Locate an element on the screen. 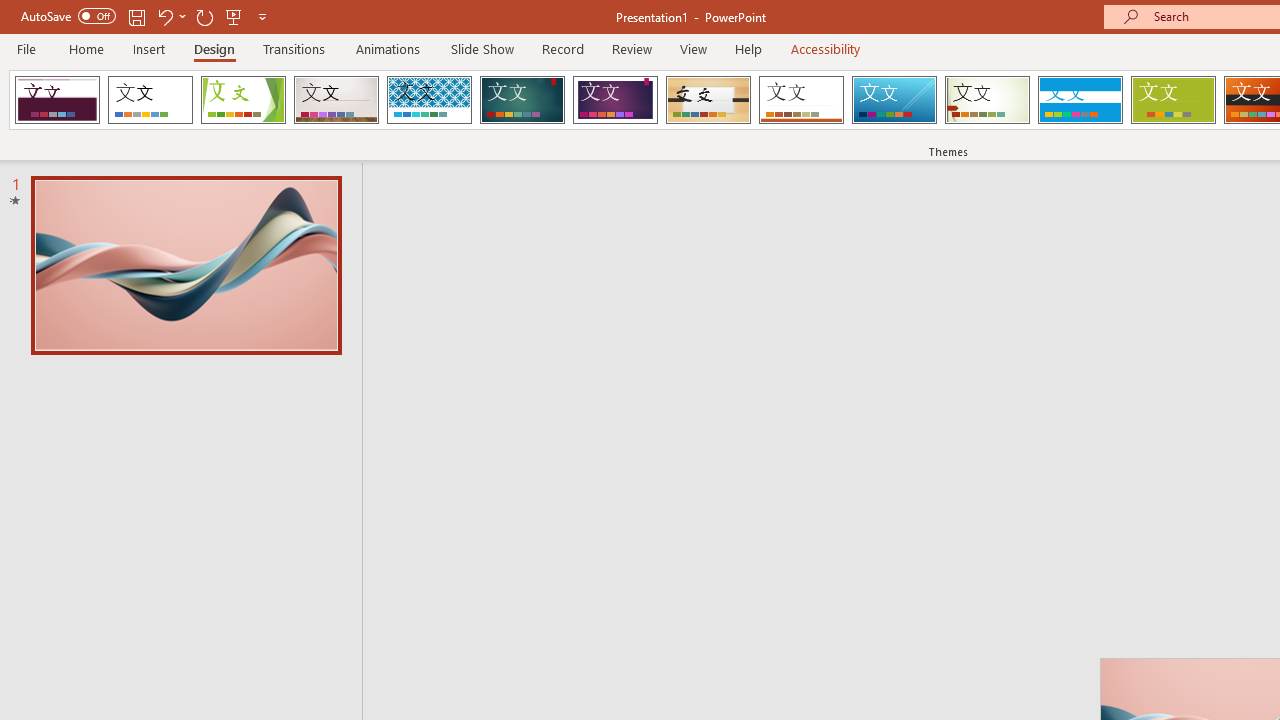  'Banded' is located at coordinates (1079, 100).